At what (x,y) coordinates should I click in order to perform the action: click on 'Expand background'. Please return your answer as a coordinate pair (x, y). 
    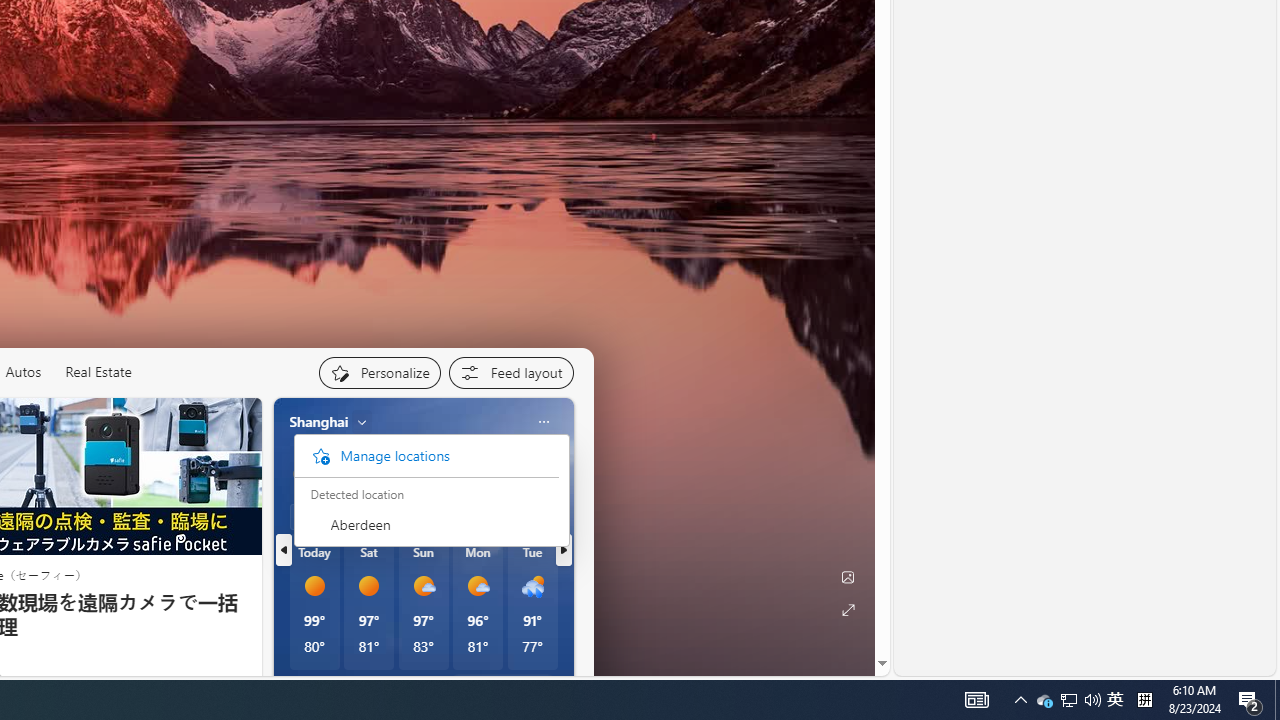
    Looking at the image, I should click on (848, 609).